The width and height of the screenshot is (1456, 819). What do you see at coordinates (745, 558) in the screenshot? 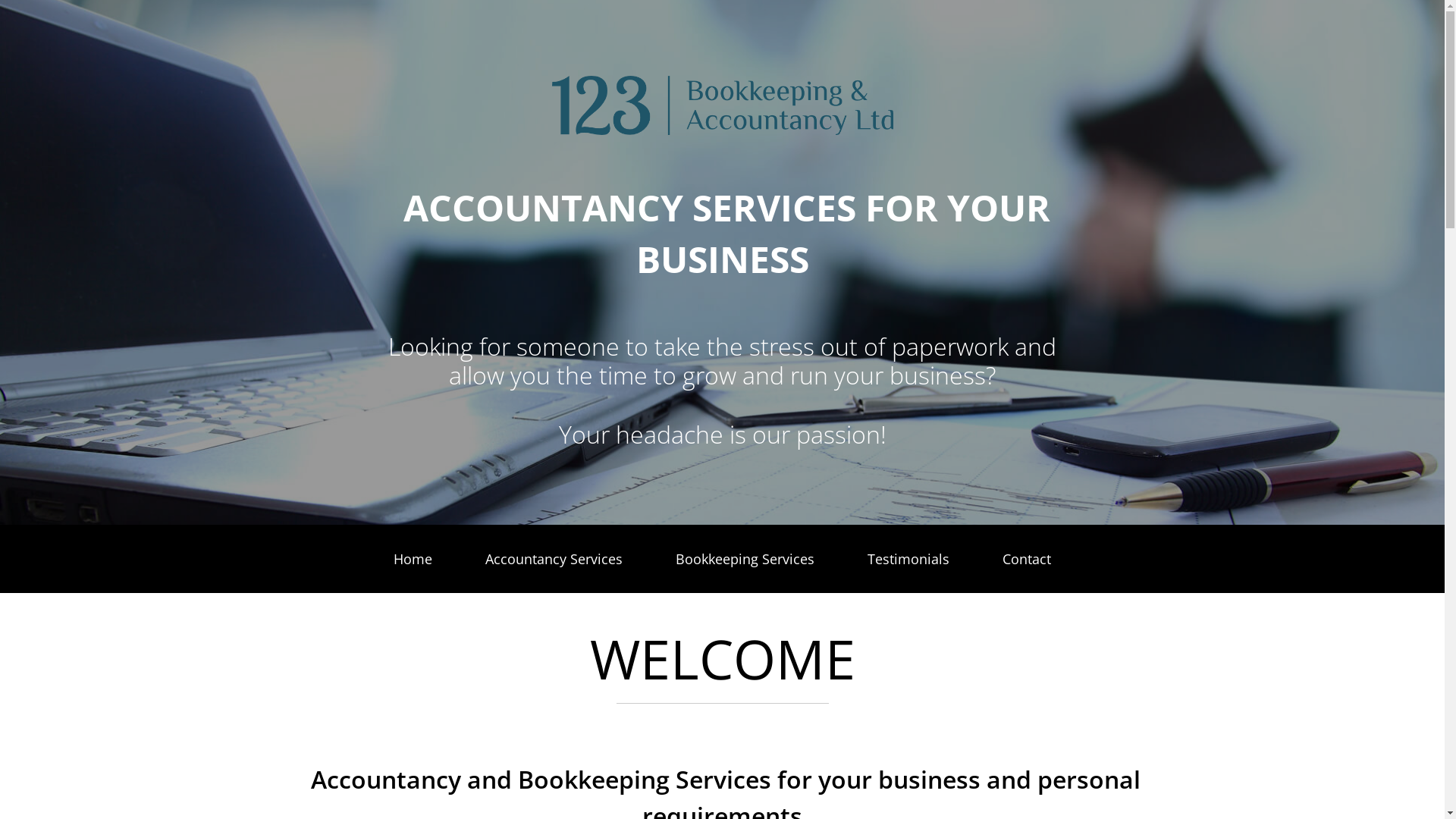
I see `'Bookkeeping Services'` at bounding box center [745, 558].